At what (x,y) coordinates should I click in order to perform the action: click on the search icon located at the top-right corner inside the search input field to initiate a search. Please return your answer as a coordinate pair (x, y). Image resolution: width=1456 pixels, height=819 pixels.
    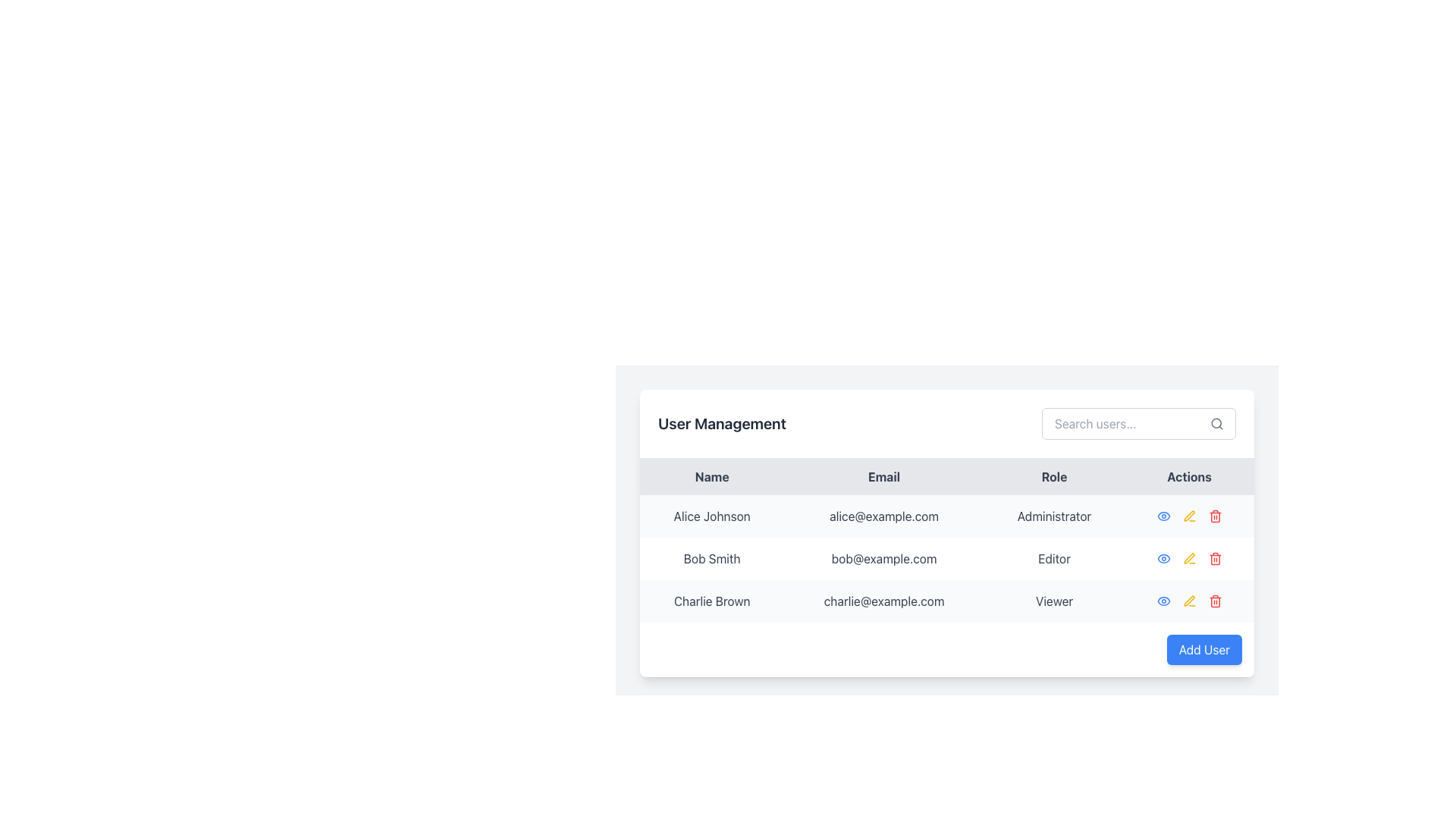
    Looking at the image, I should click on (1216, 424).